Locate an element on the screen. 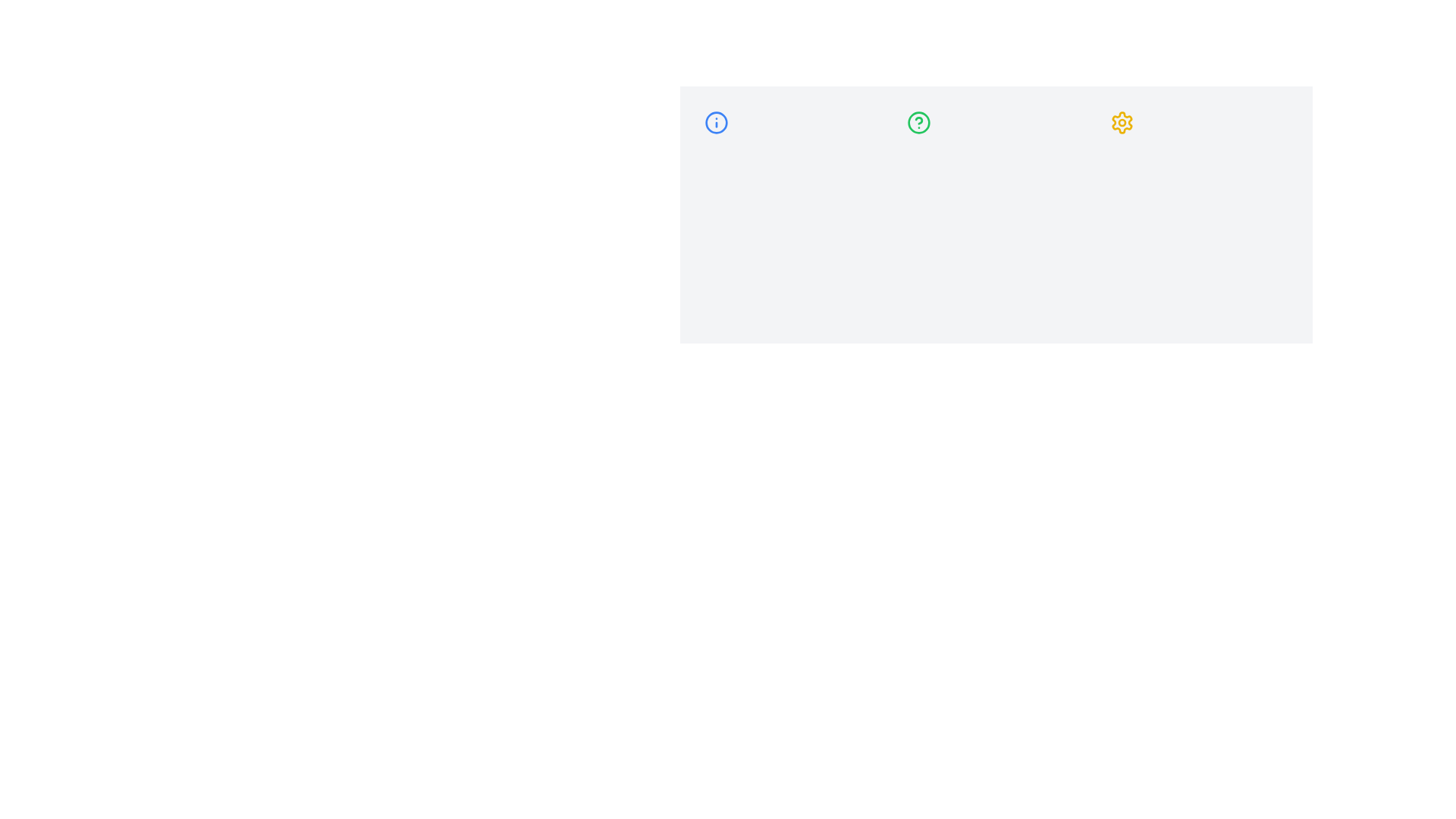  the help or information icon located in the middle of three icons is located at coordinates (918, 122).